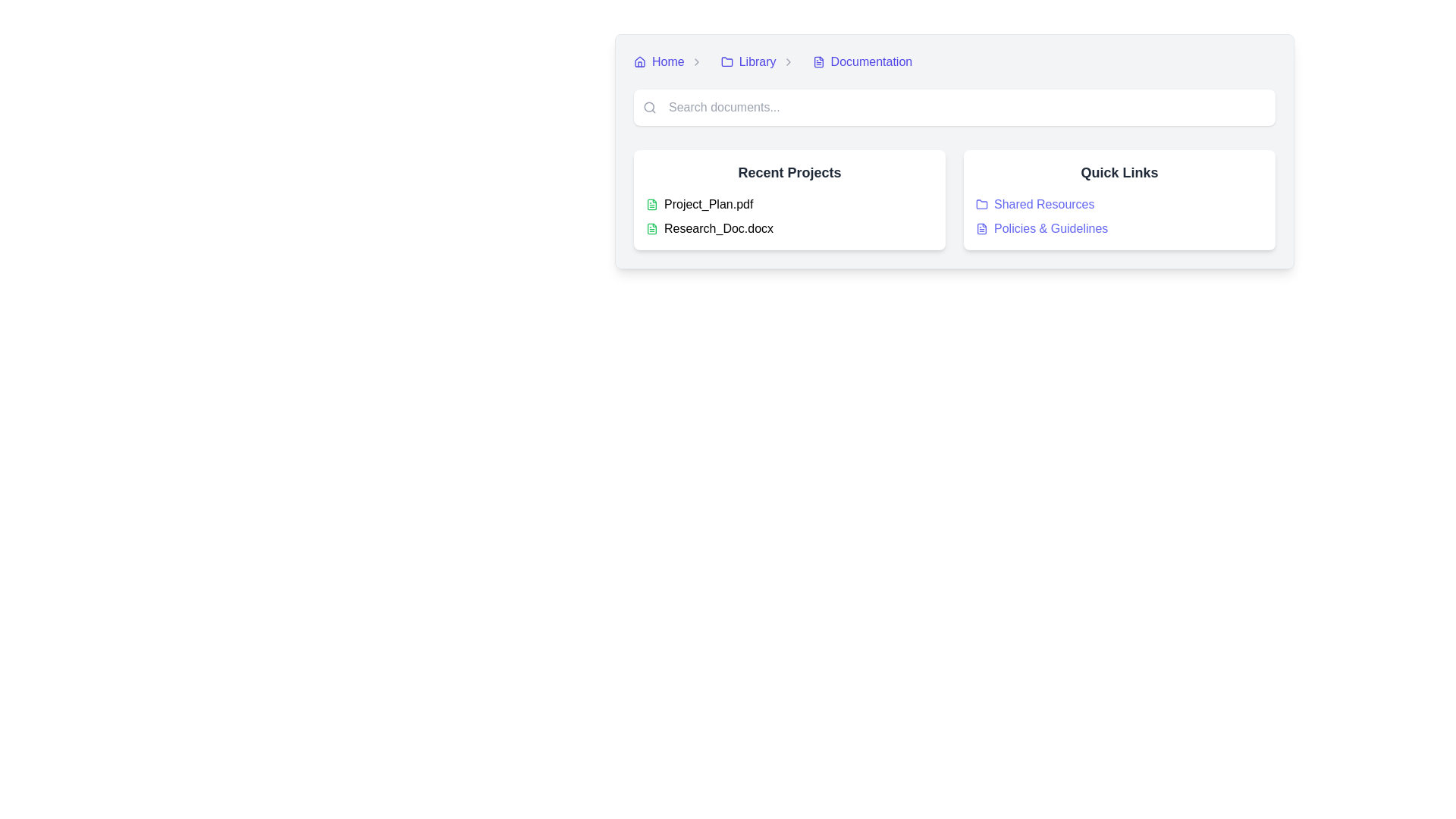 Image resolution: width=1456 pixels, height=819 pixels. What do you see at coordinates (862, 61) in the screenshot?
I see `the interactive hyperlink labeled 'Documentation' in the breadcrumb navigation` at bounding box center [862, 61].